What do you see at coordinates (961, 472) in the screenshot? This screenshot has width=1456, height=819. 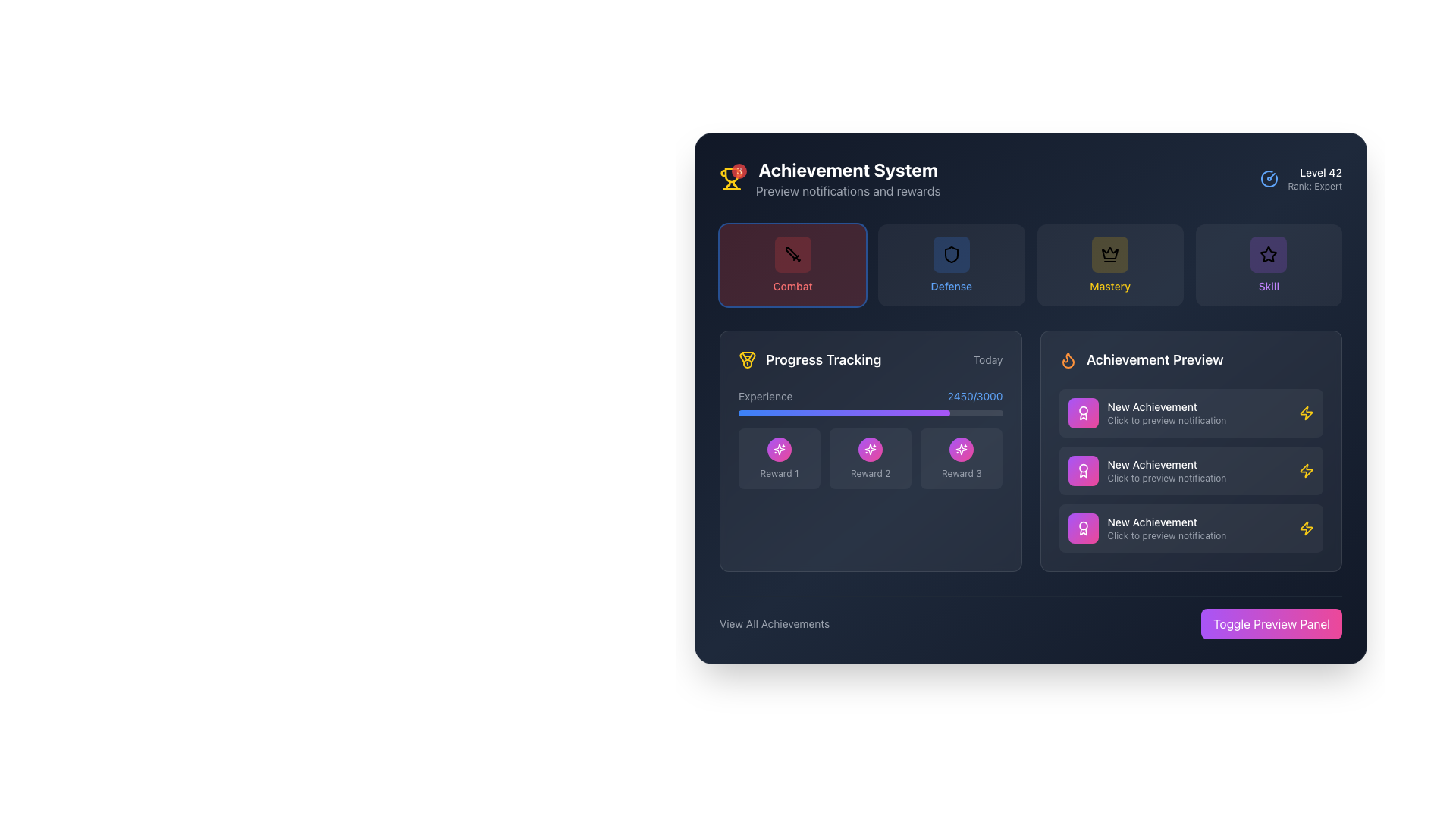 I see `the text label displaying 'Reward 3', which is styled in a small gray font and positioned under a circular icon in the 'Progress Tracking' section of the card` at bounding box center [961, 472].